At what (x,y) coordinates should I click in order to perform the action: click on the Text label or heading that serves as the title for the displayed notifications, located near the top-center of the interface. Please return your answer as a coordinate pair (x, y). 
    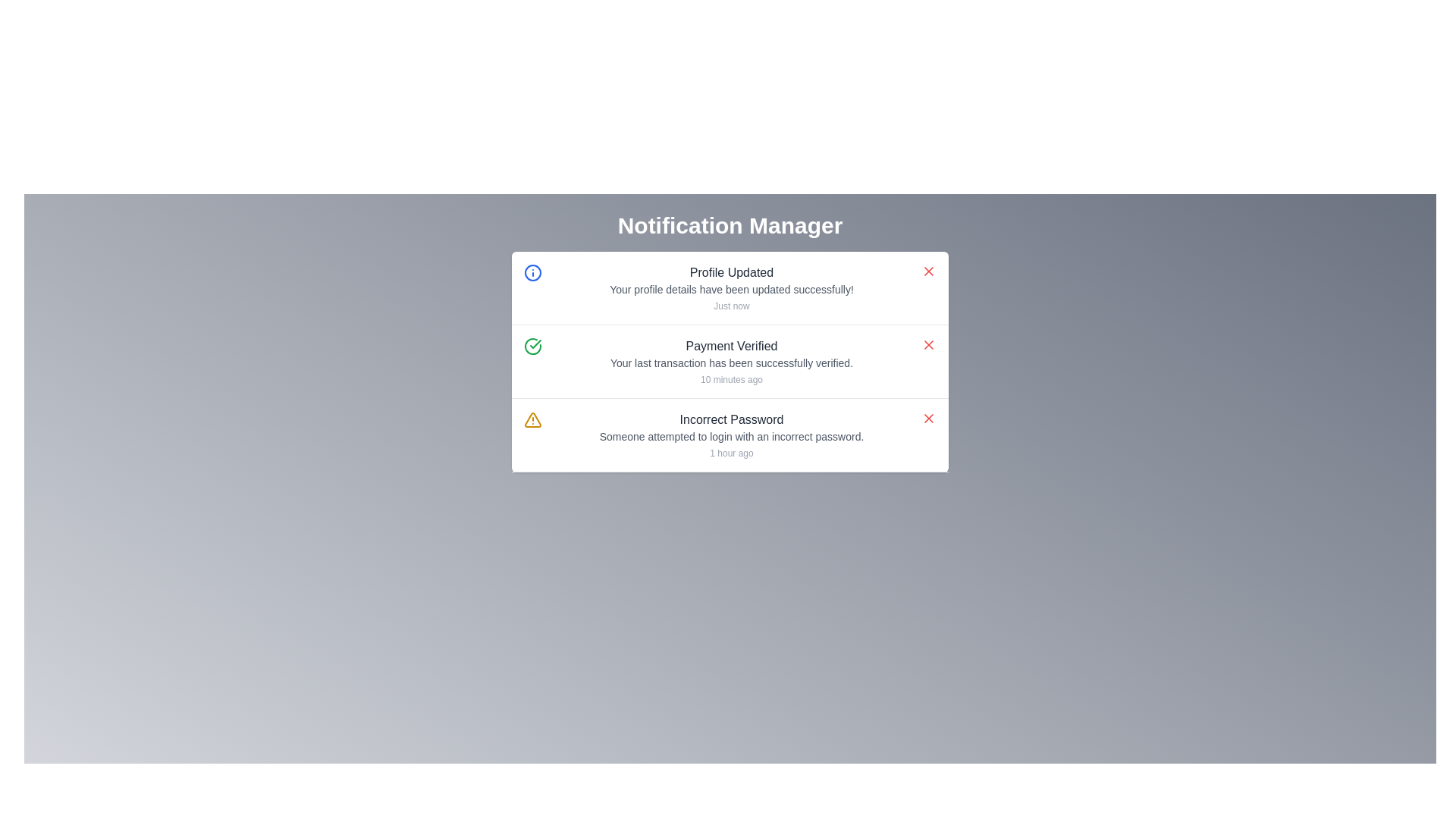
    Looking at the image, I should click on (730, 225).